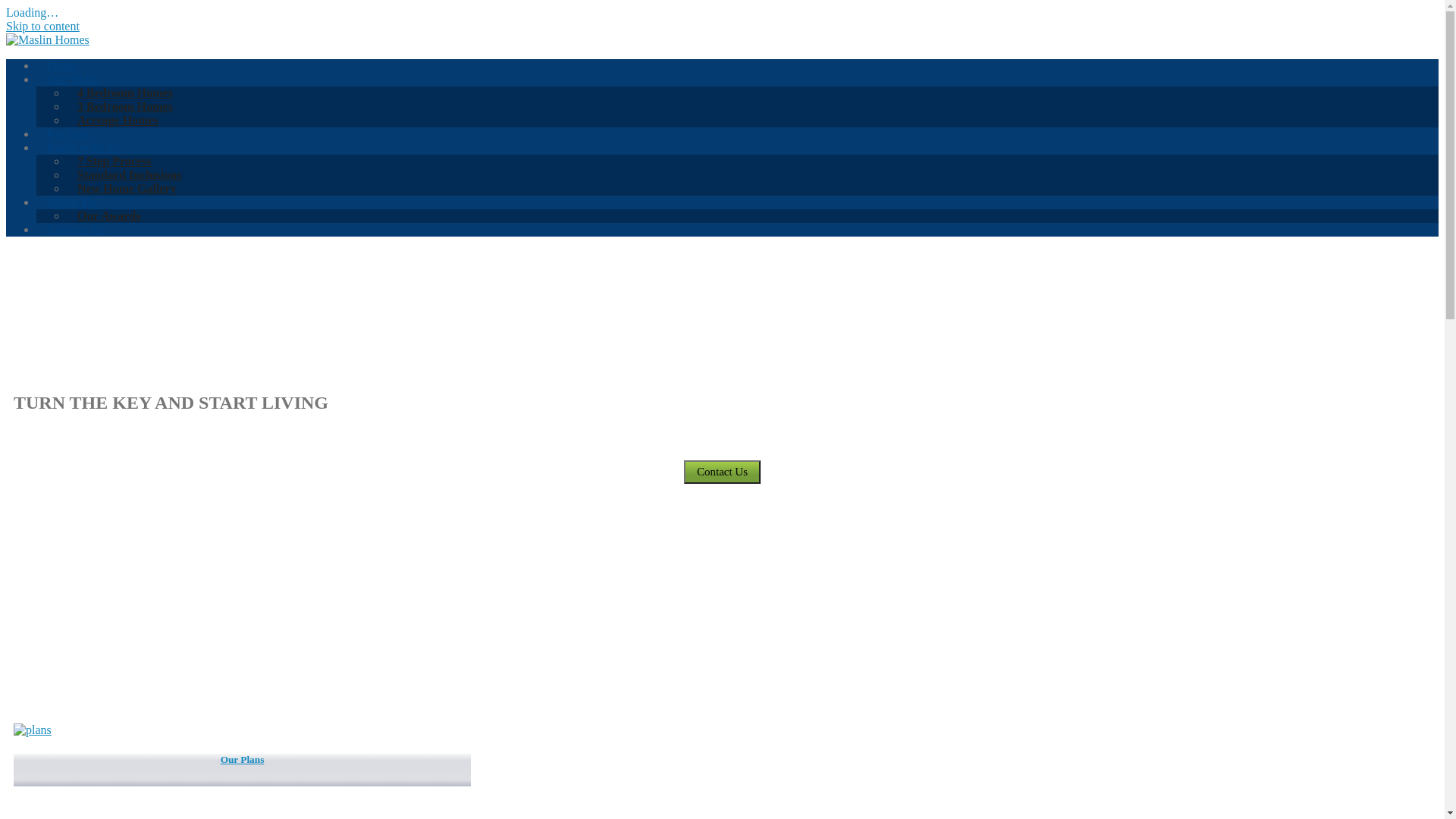  I want to click on 'Maslin Homes', so click(47, 39).